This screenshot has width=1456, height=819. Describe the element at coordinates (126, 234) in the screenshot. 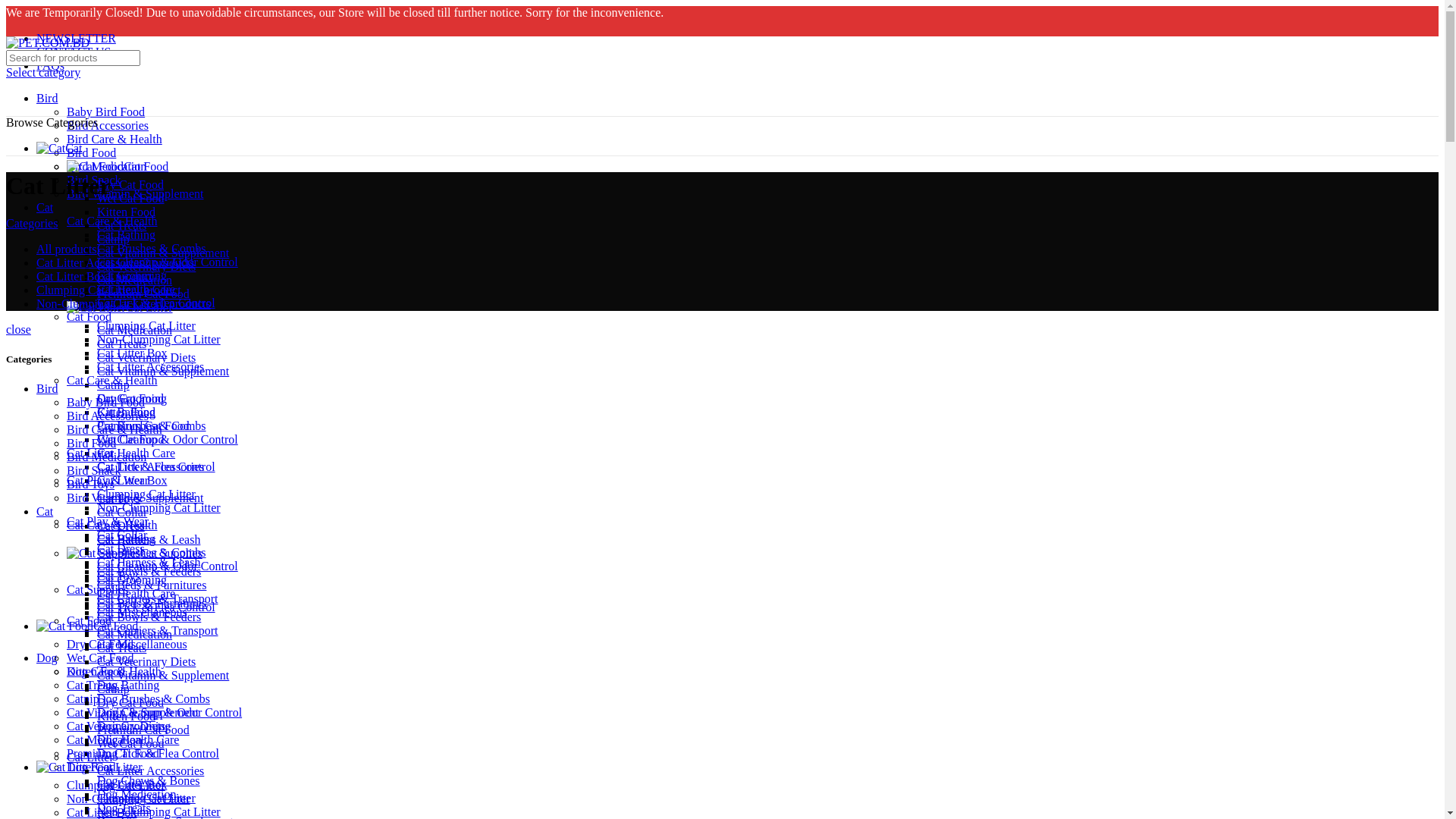

I see `'Cat Bathing'` at that location.